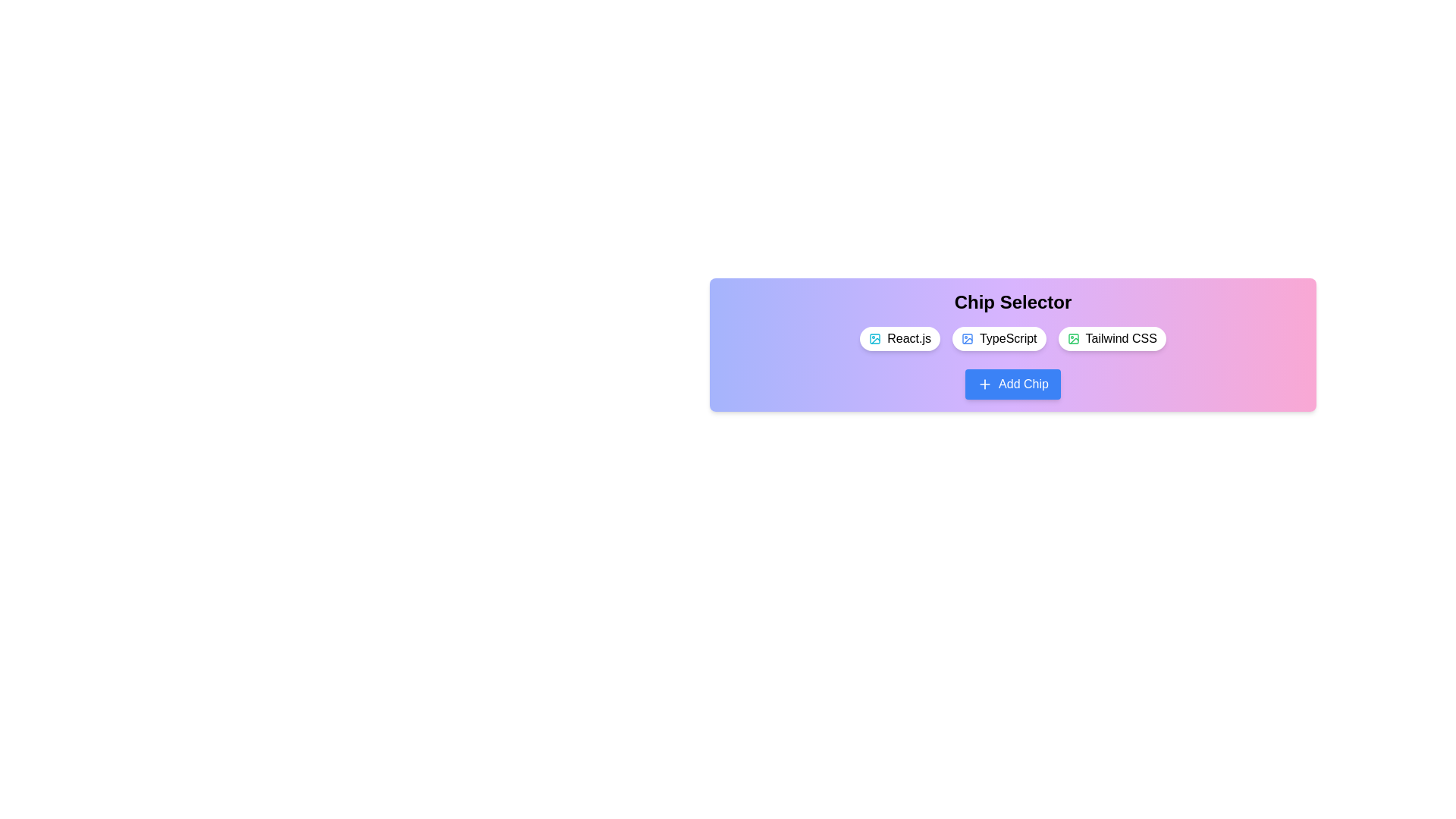 Image resolution: width=1456 pixels, height=819 pixels. I want to click on the 'Add Chip' button with a blue background and rounded corners, so click(1012, 383).